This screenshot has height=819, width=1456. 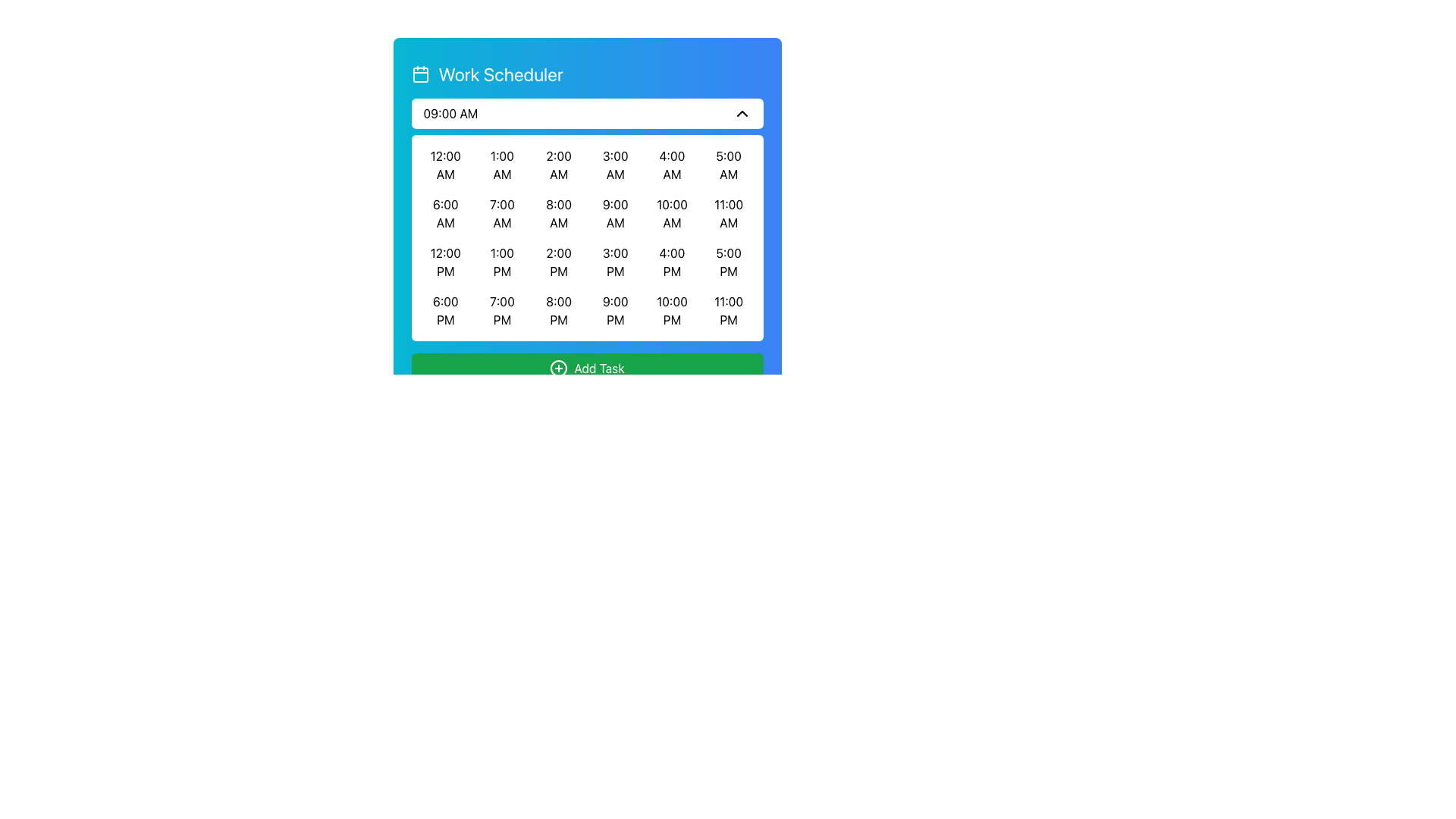 I want to click on the interactive text label in the sixth column of the fourth row under the 'Work Scheduler' heading, so click(x=671, y=309).